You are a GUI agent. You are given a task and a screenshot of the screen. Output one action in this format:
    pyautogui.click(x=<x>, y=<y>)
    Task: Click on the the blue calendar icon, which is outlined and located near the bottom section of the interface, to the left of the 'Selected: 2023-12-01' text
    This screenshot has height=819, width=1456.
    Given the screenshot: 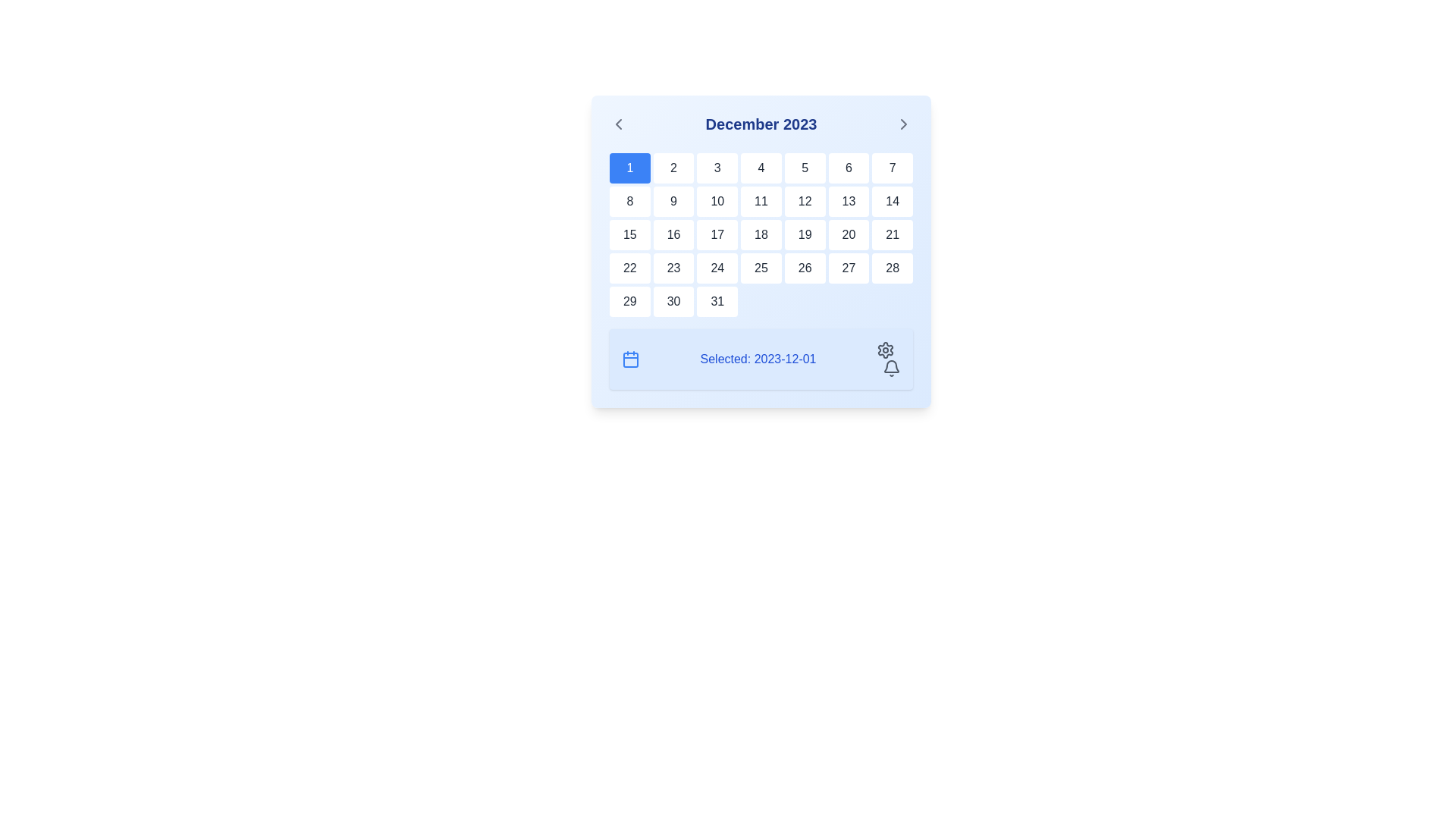 What is the action you would take?
    pyautogui.click(x=630, y=359)
    